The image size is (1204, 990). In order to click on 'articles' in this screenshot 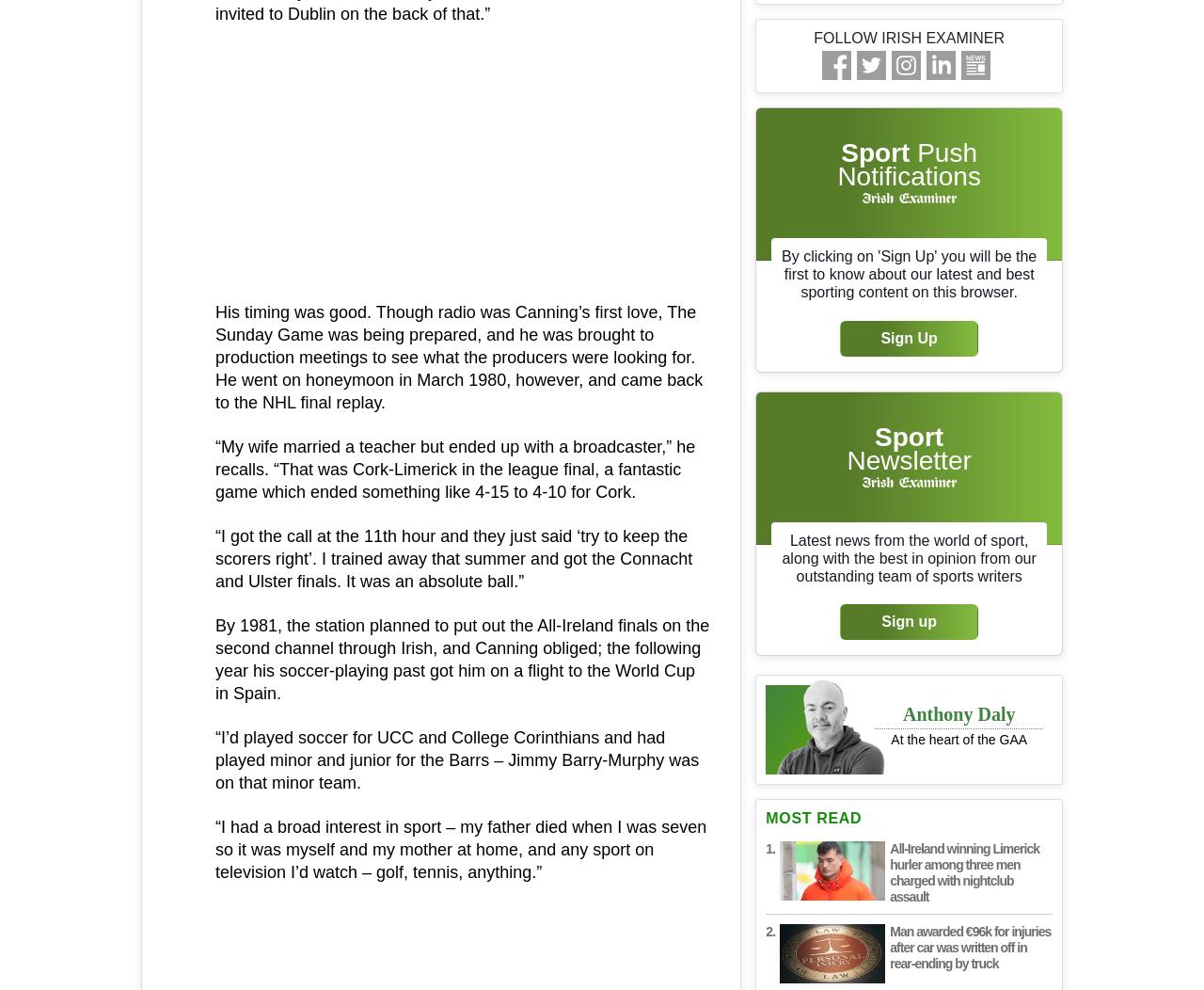, I will do `click(381, 186)`.